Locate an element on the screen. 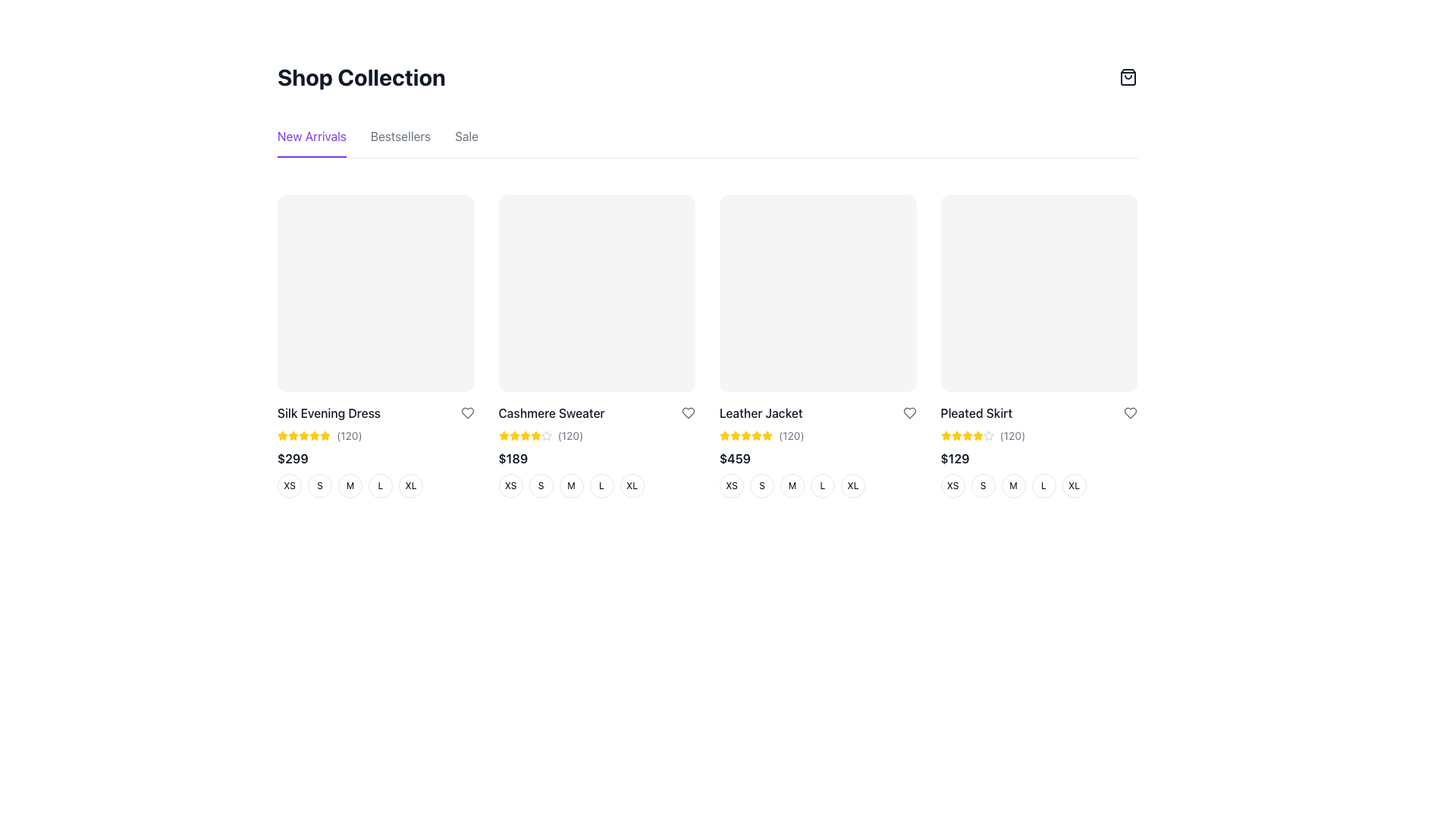 Image resolution: width=1456 pixels, height=819 pixels. the circular button with the letter 'S' that has a white background and light gray border, located below the item 'Pleated Skirt' is located at coordinates (983, 485).